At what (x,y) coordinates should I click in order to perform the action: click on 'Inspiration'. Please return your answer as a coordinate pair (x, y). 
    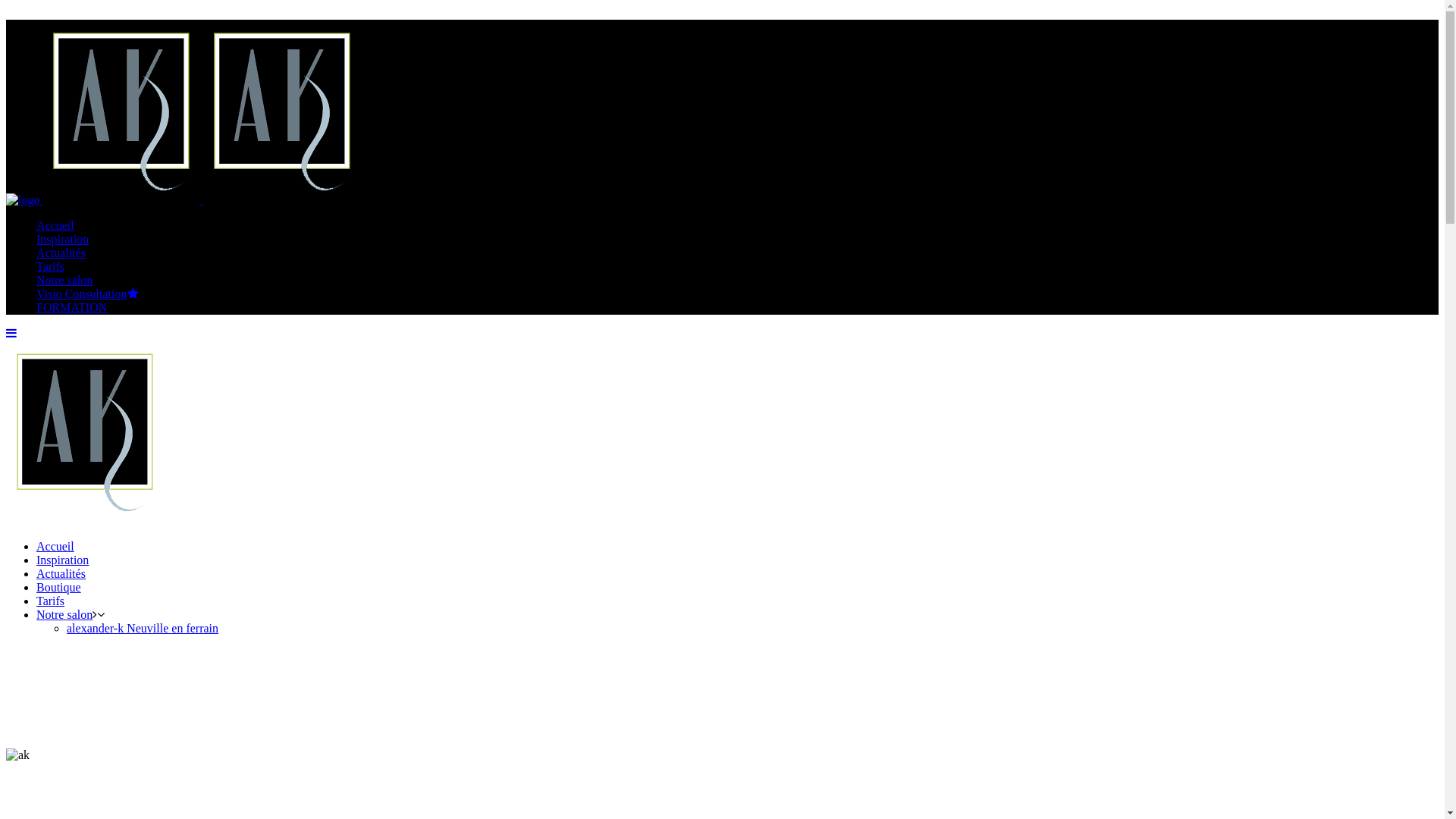
    Looking at the image, I should click on (61, 560).